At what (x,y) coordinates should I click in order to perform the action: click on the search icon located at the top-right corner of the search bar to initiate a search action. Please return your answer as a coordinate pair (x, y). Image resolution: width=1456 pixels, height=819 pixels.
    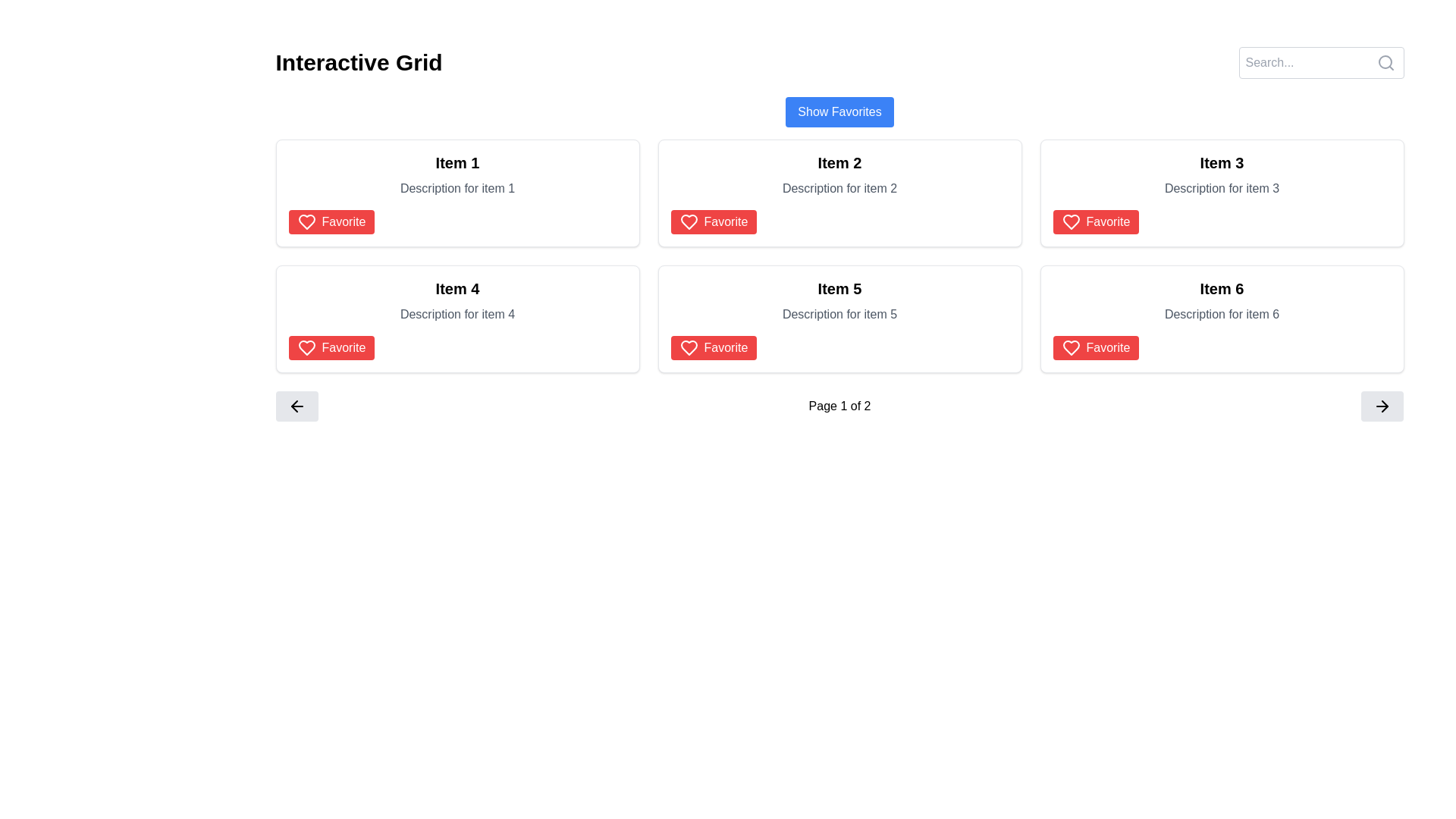
    Looking at the image, I should click on (1385, 62).